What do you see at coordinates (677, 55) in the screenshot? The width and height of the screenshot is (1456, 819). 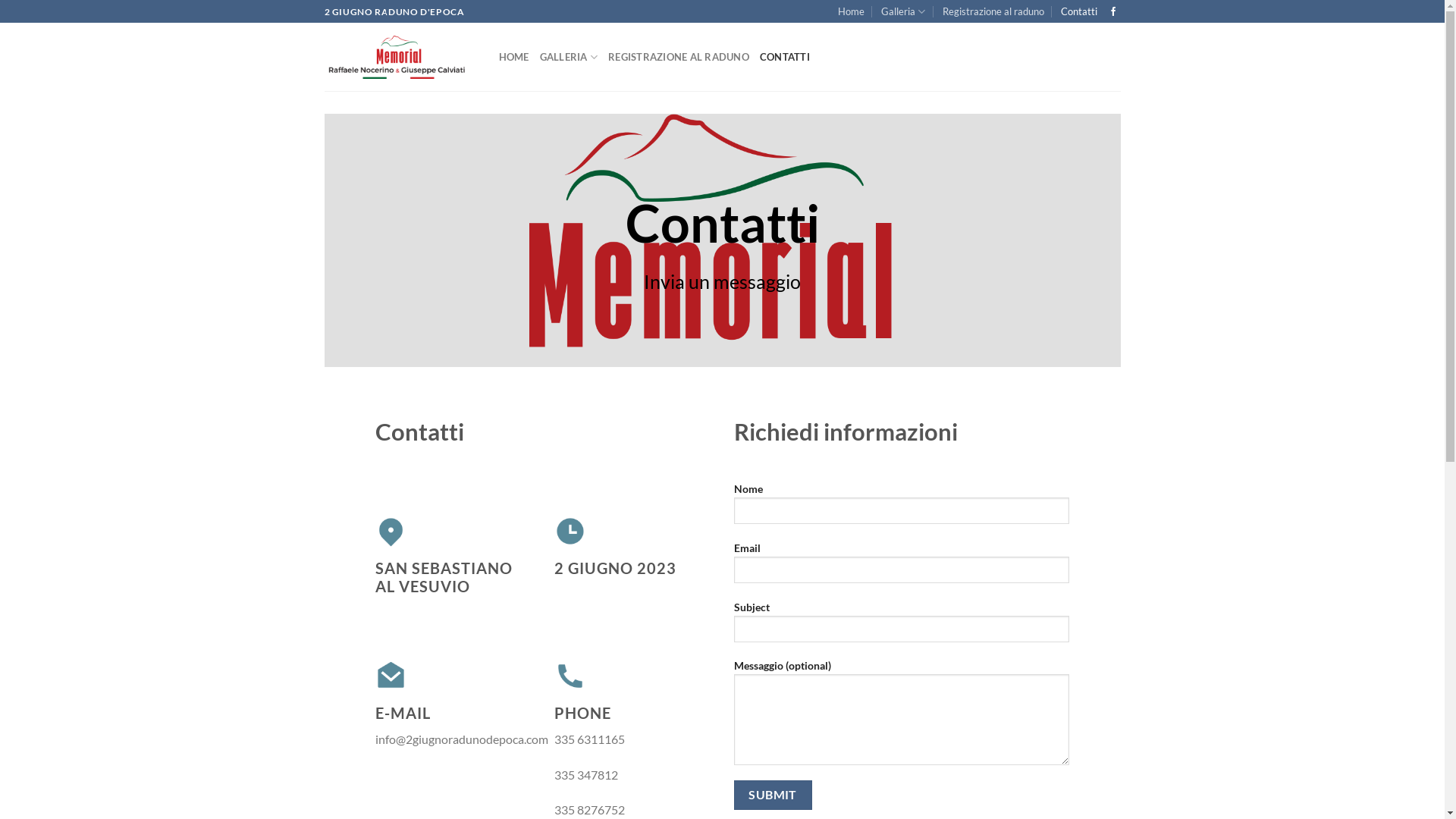 I see `'REGISTRAZIONE AL RADUNO'` at bounding box center [677, 55].